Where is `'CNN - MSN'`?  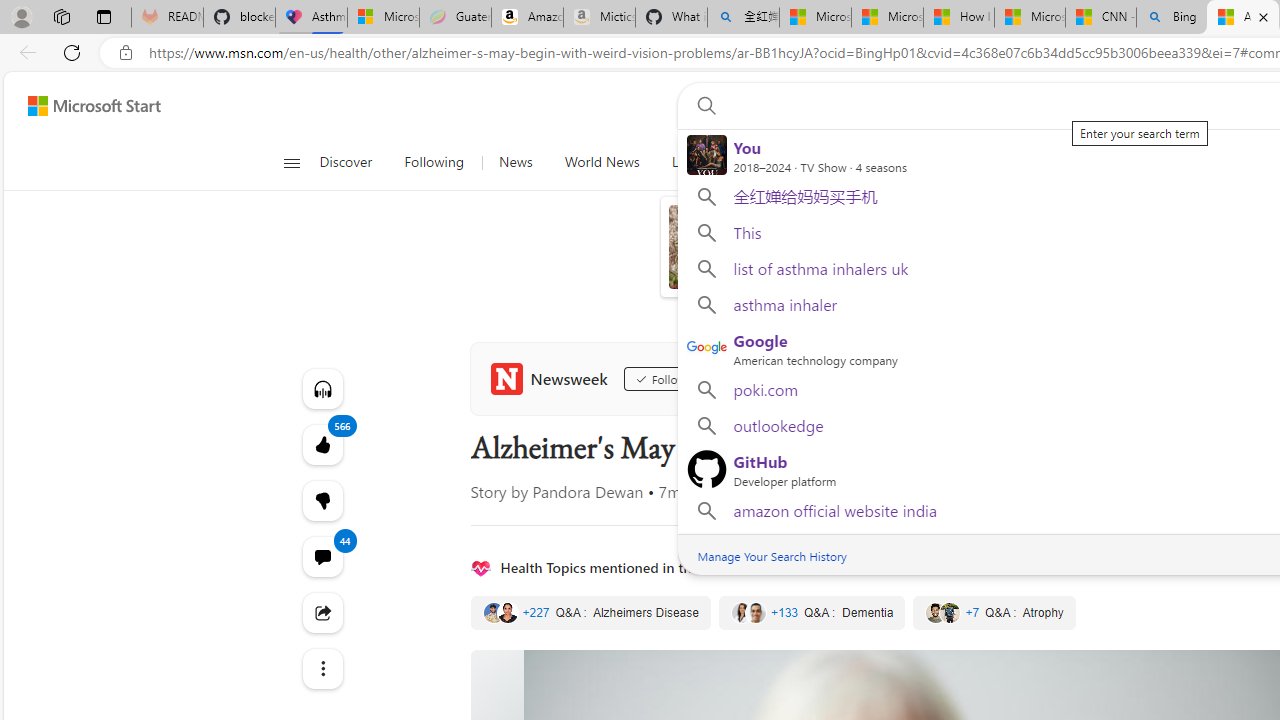
'CNN - MSN' is located at coordinates (1100, 17).